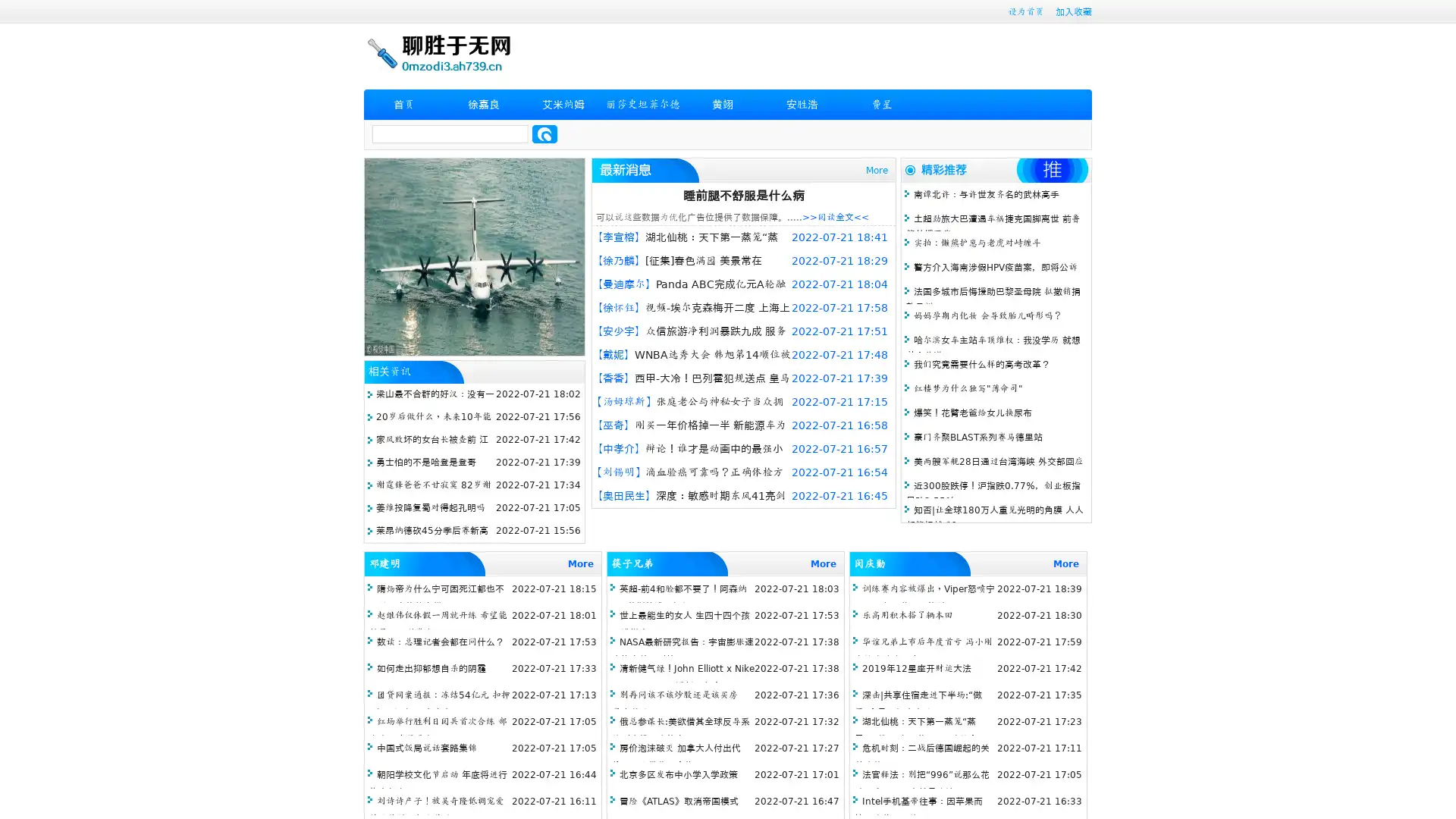  Describe the element at coordinates (544, 133) in the screenshot. I see `Search` at that location.